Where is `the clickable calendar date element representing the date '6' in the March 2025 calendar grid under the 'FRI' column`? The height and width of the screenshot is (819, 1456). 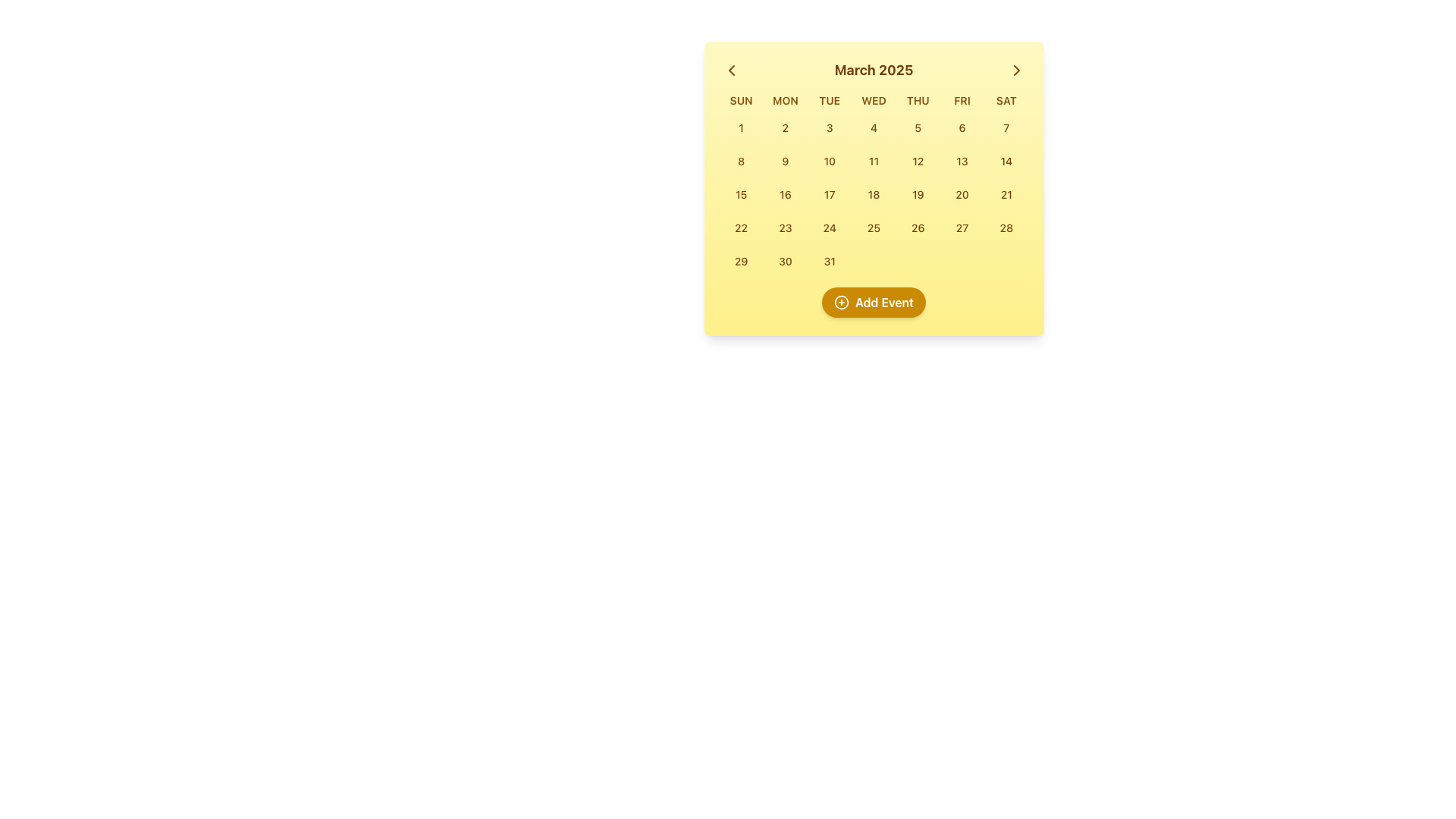 the clickable calendar date element representing the date '6' in the March 2025 calendar grid under the 'FRI' column is located at coordinates (962, 127).